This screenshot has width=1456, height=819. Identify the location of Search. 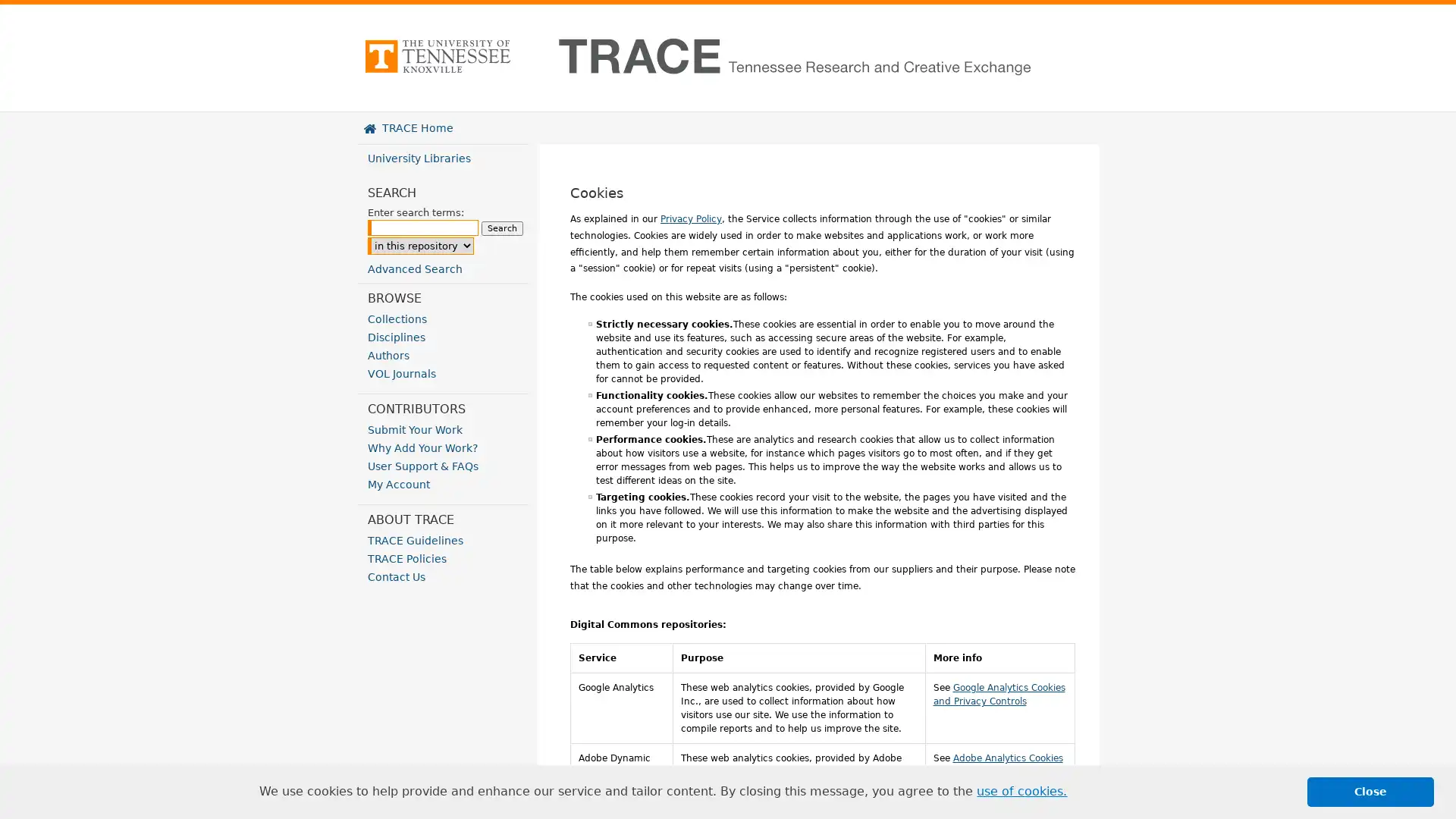
(502, 228).